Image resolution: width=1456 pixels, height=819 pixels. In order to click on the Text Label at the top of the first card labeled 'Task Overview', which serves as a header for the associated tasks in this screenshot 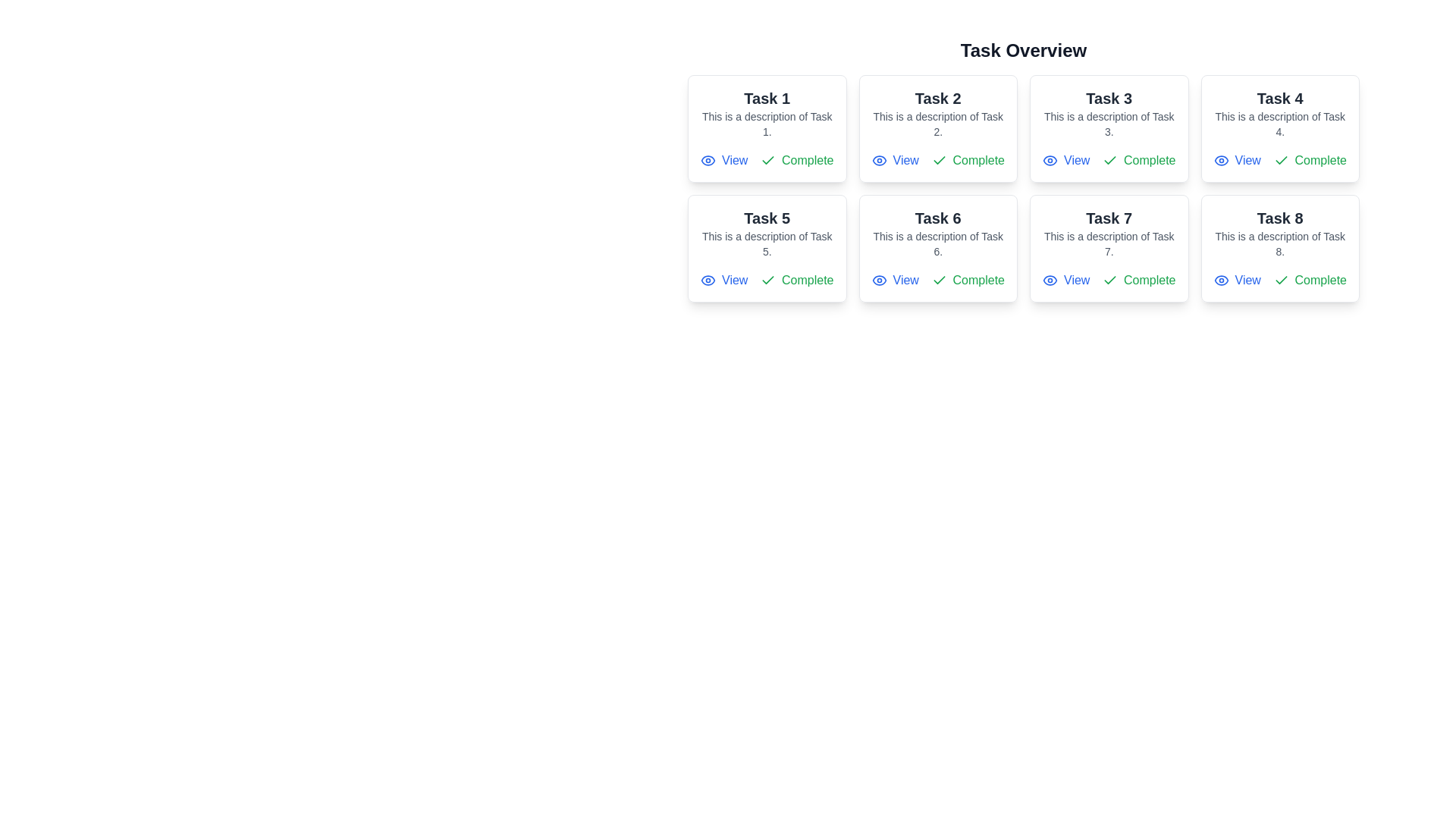, I will do `click(767, 99)`.